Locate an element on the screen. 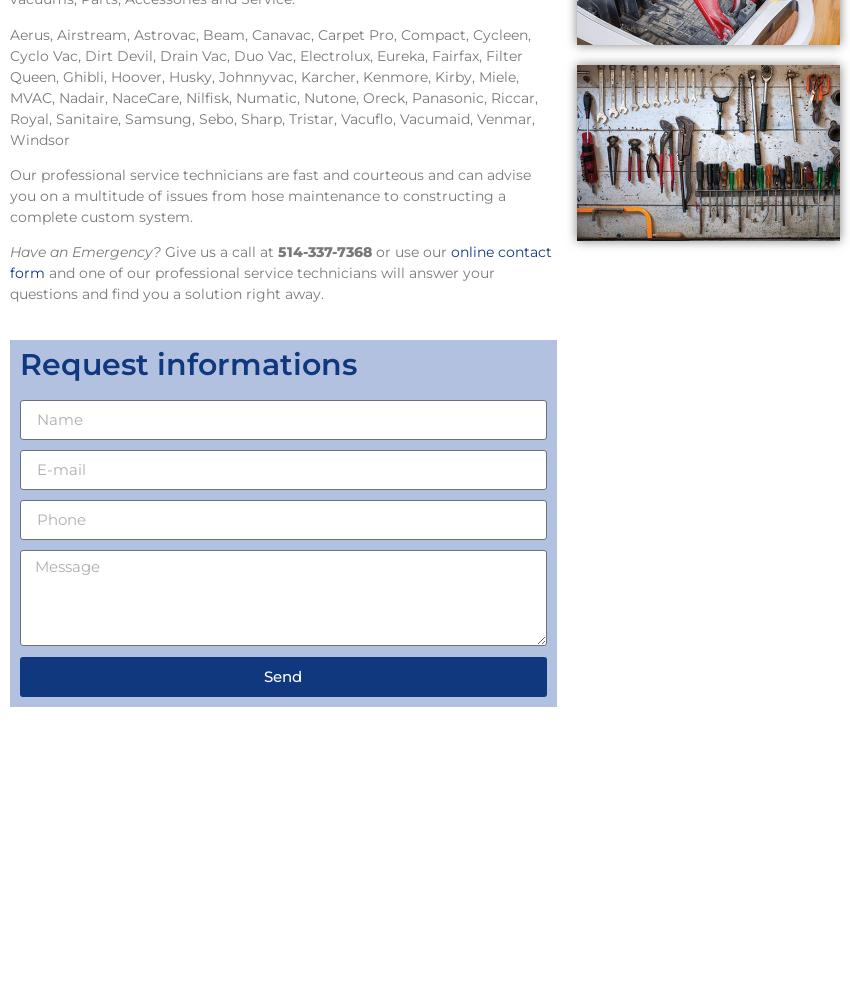  'and one of our professional service technicians will answer your questions and find you a solution right away.' is located at coordinates (252, 283).